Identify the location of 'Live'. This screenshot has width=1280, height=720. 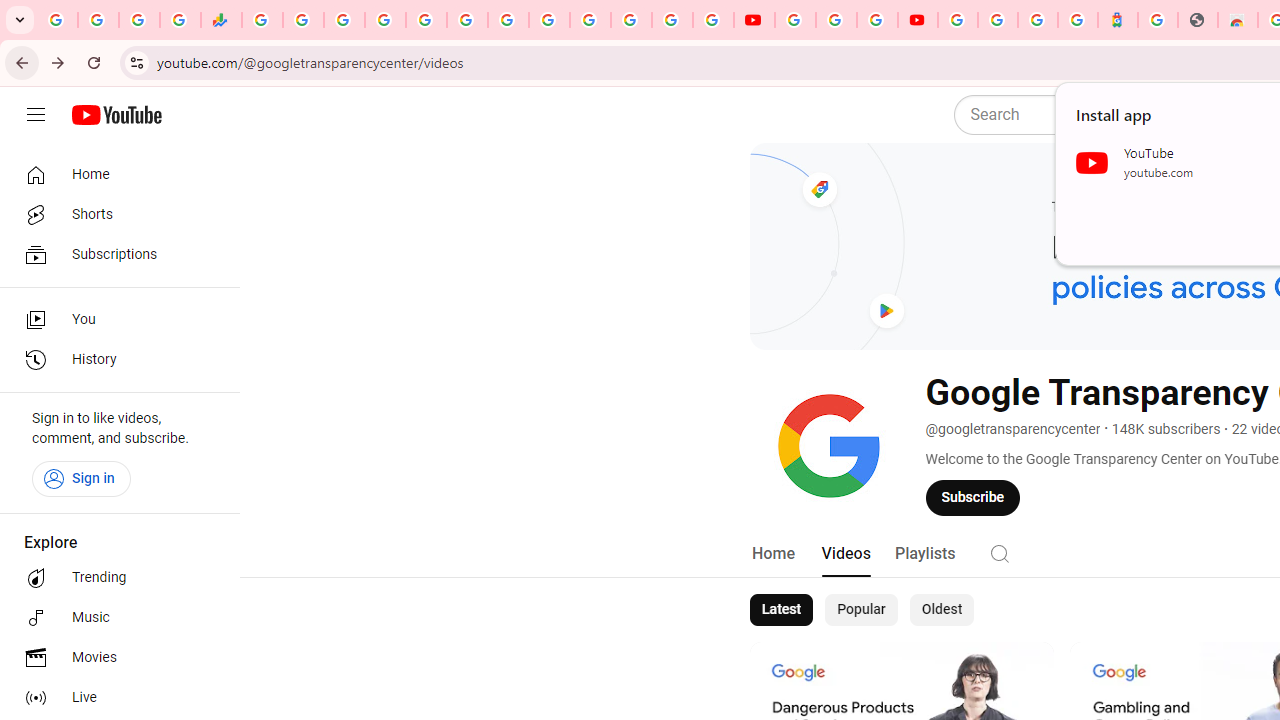
(112, 697).